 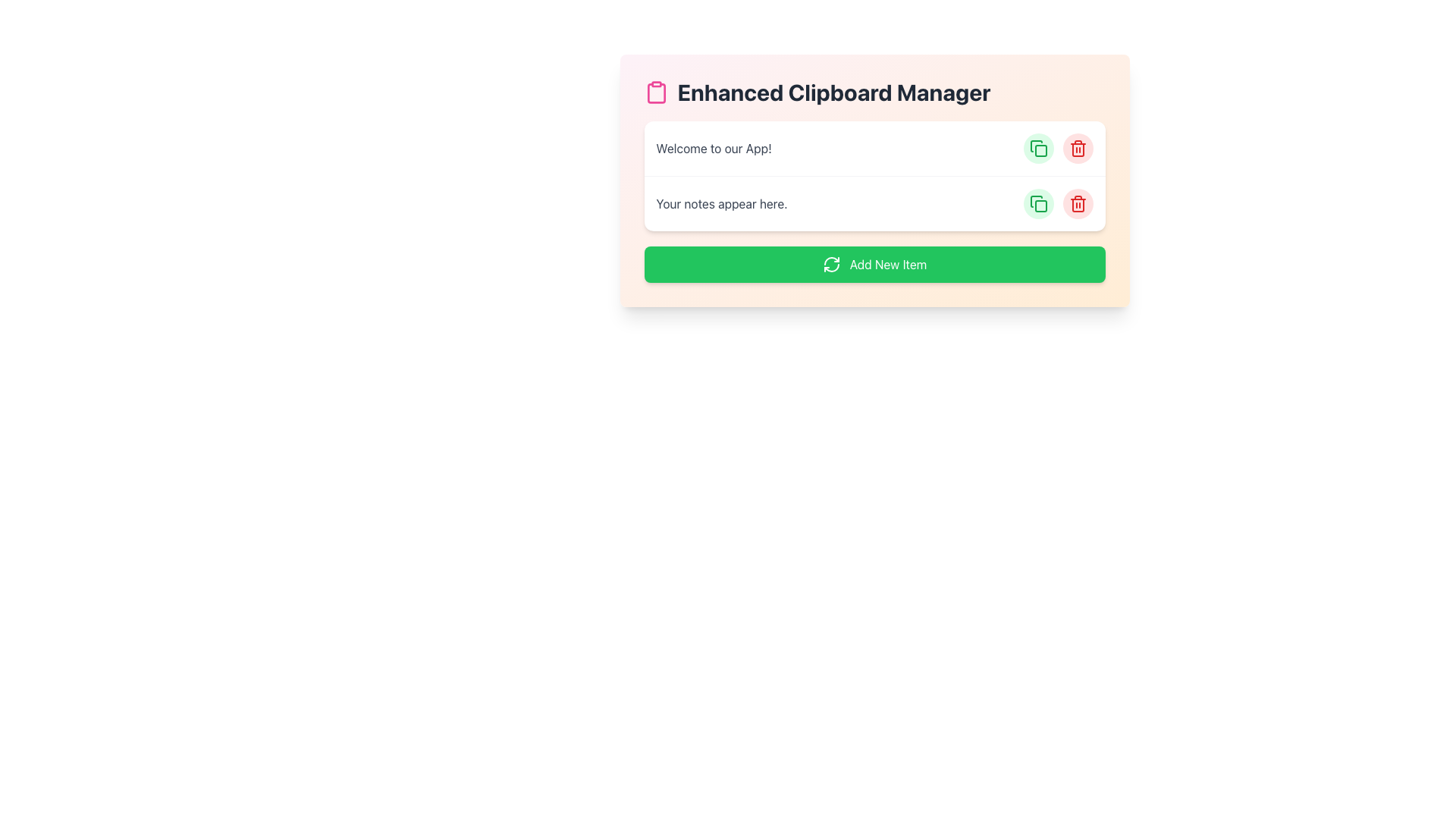 I want to click on the decorative square of the copy icon, which is the second icon in the row of action buttons to the right of the text content, colored green, so click(x=1040, y=206).